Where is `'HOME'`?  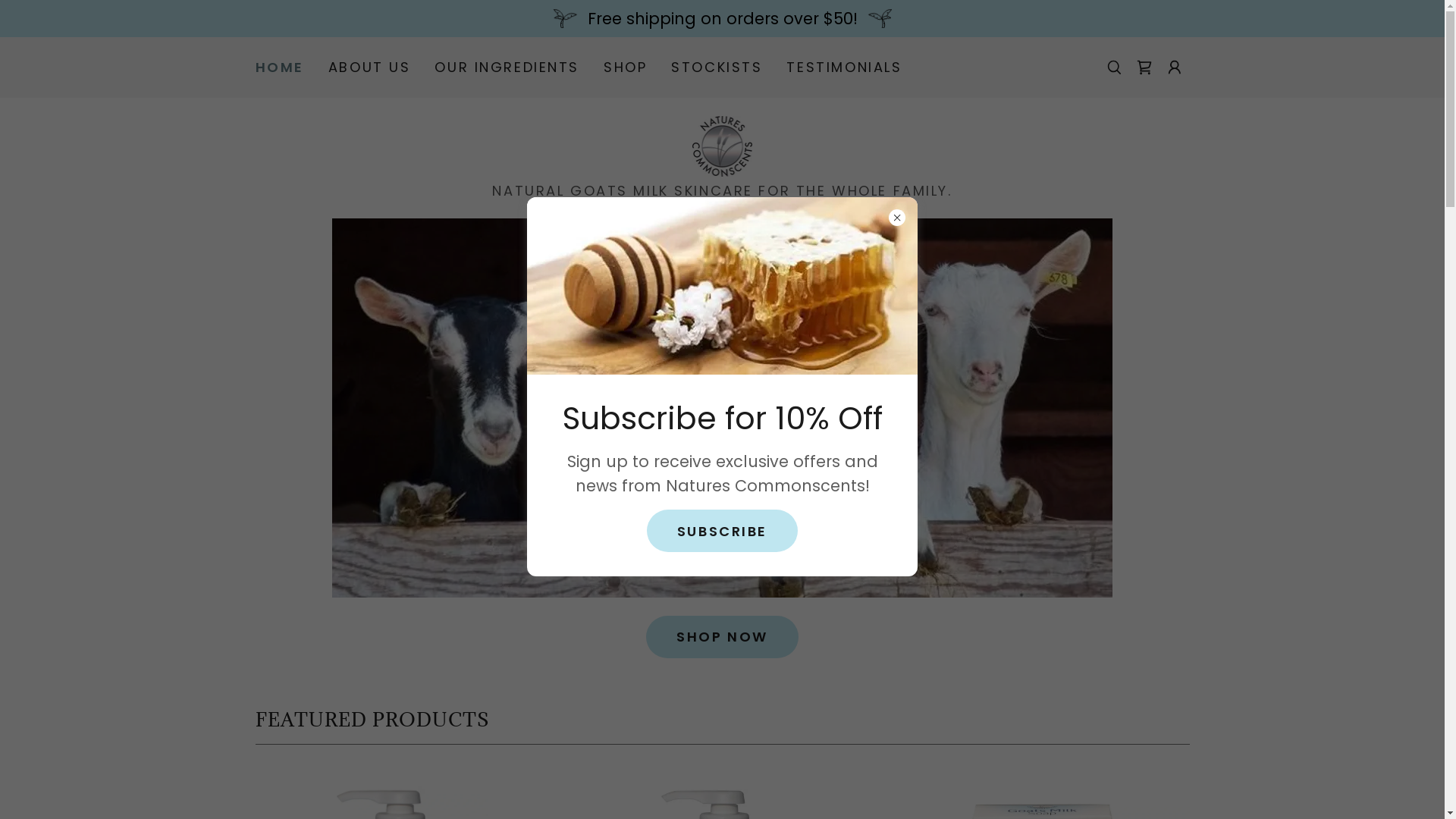 'HOME' is located at coordinates (279, 66).